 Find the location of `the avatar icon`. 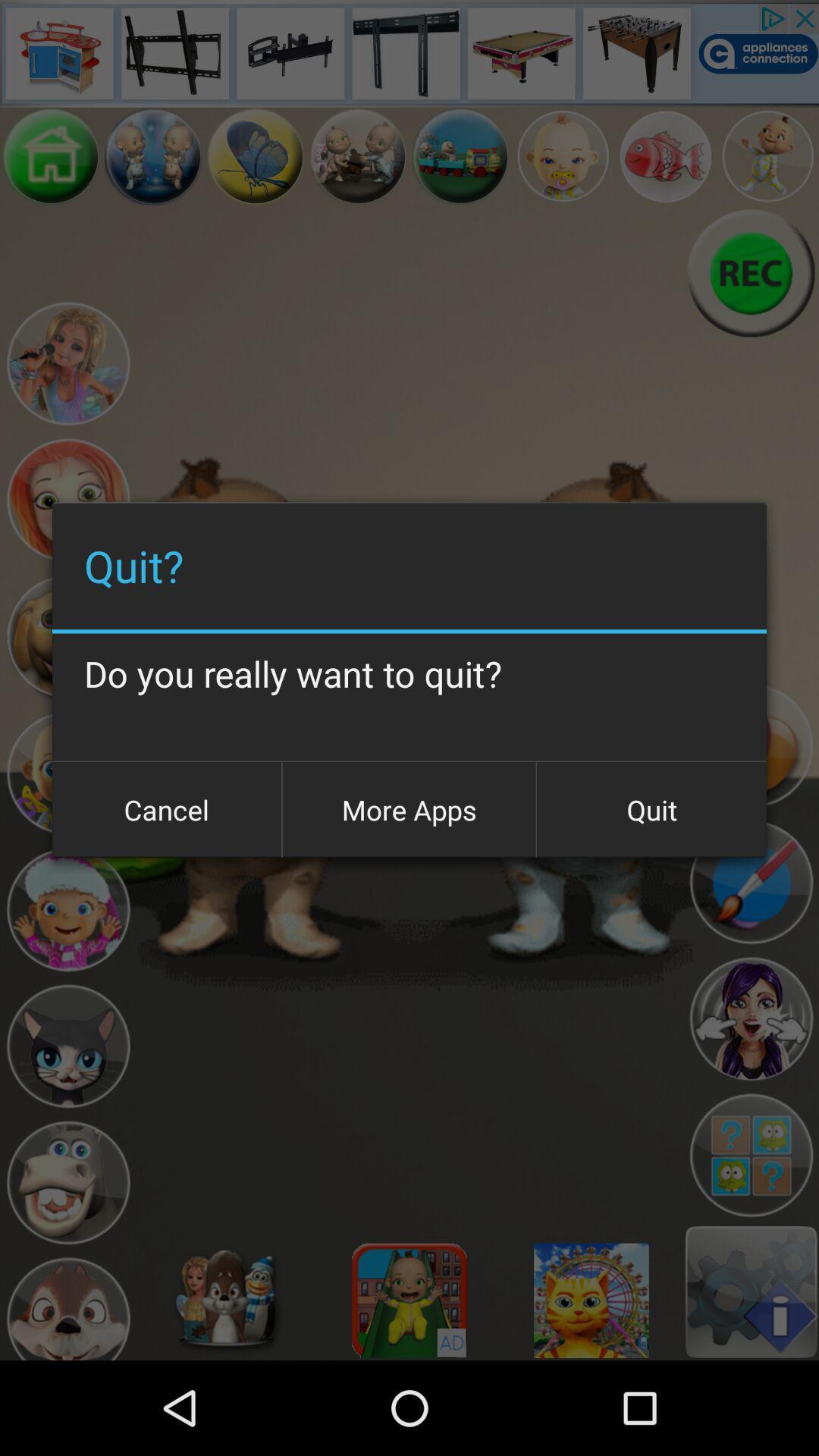

the avatar icon is located at coordinates (67, 974).